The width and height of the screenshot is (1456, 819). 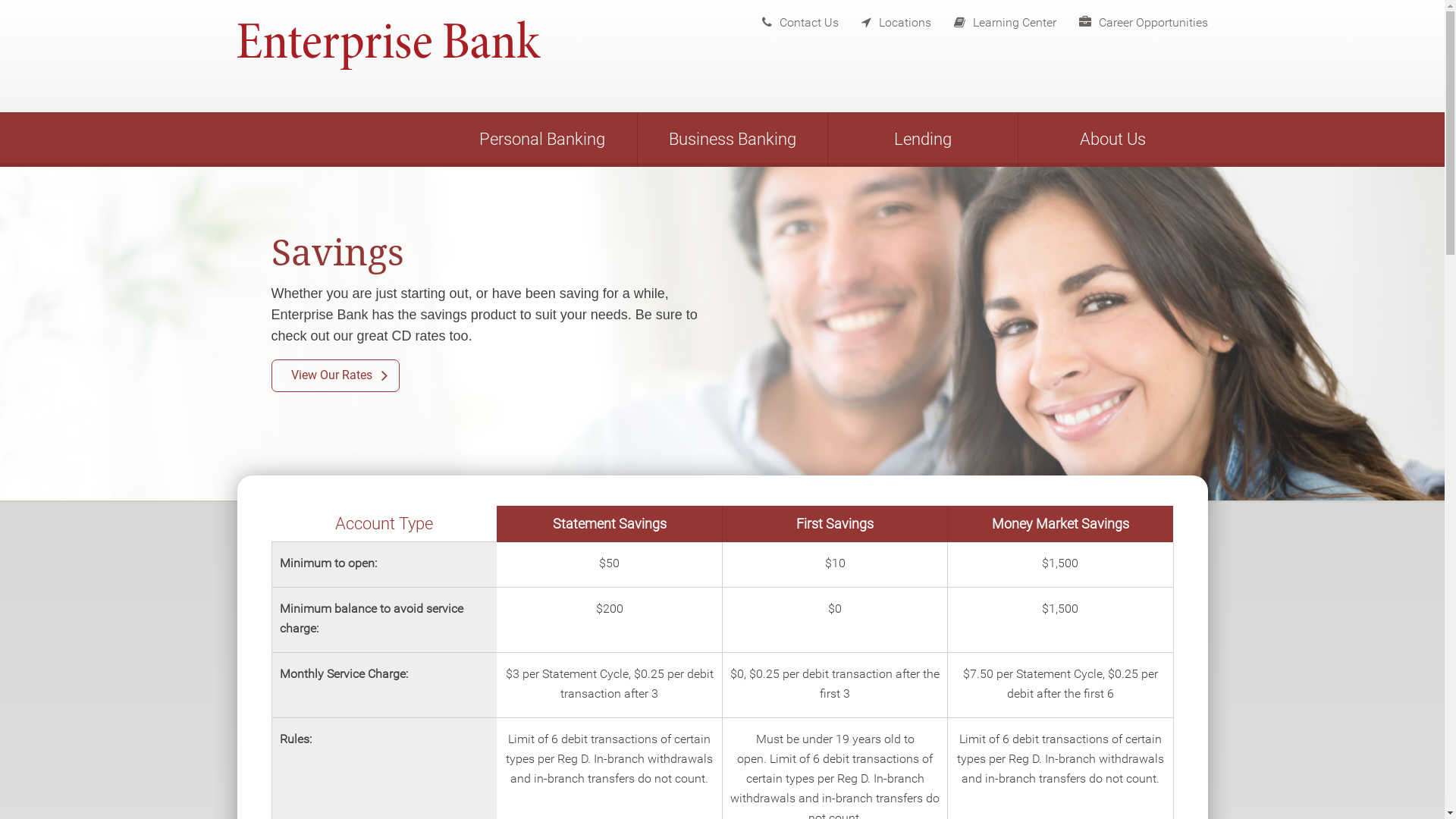 I want to click on 'Locations', so click(x=837, y=18).